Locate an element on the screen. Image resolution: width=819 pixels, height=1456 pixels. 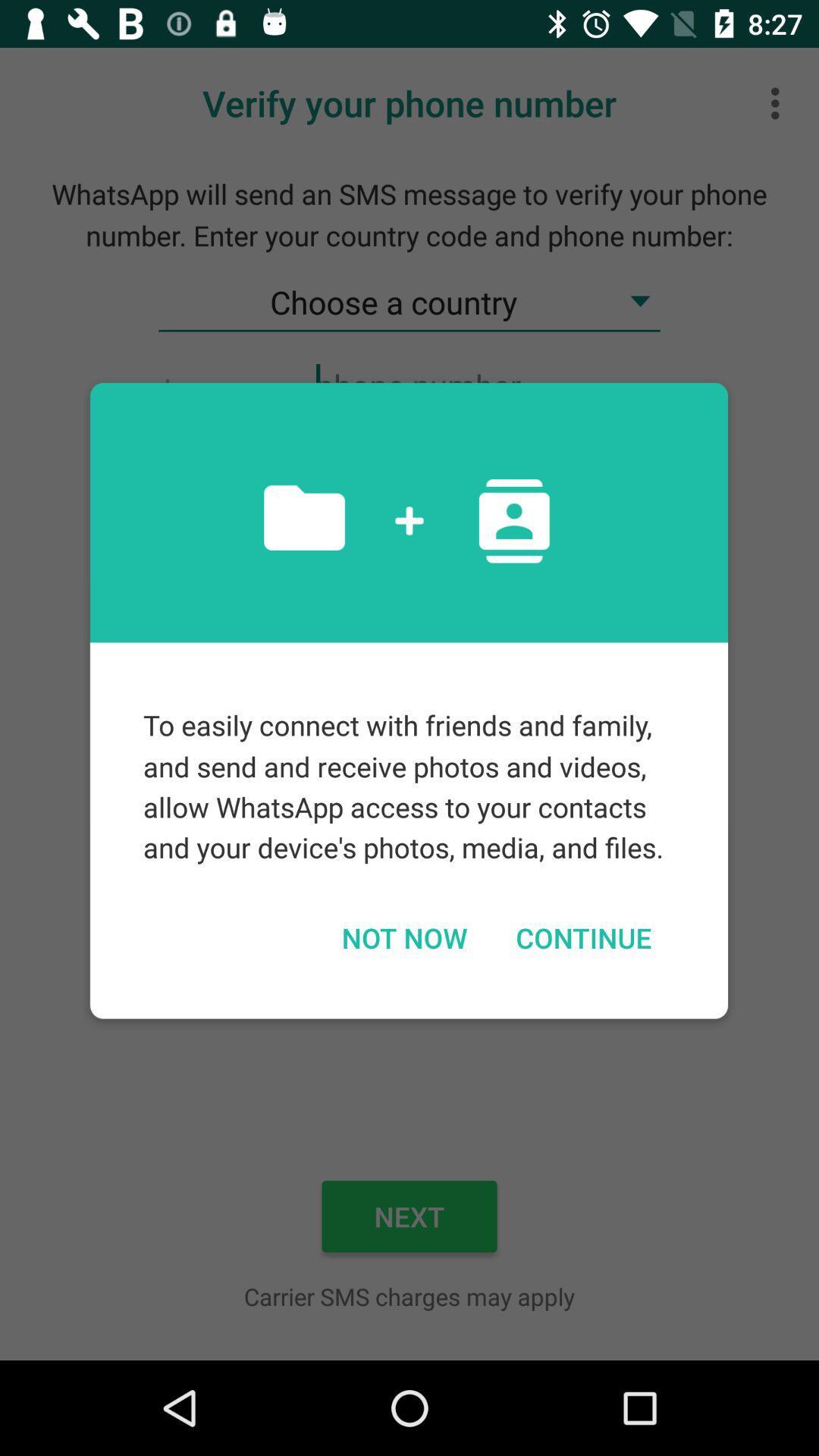
item below to easily connect is located at coordinates (582, 937).